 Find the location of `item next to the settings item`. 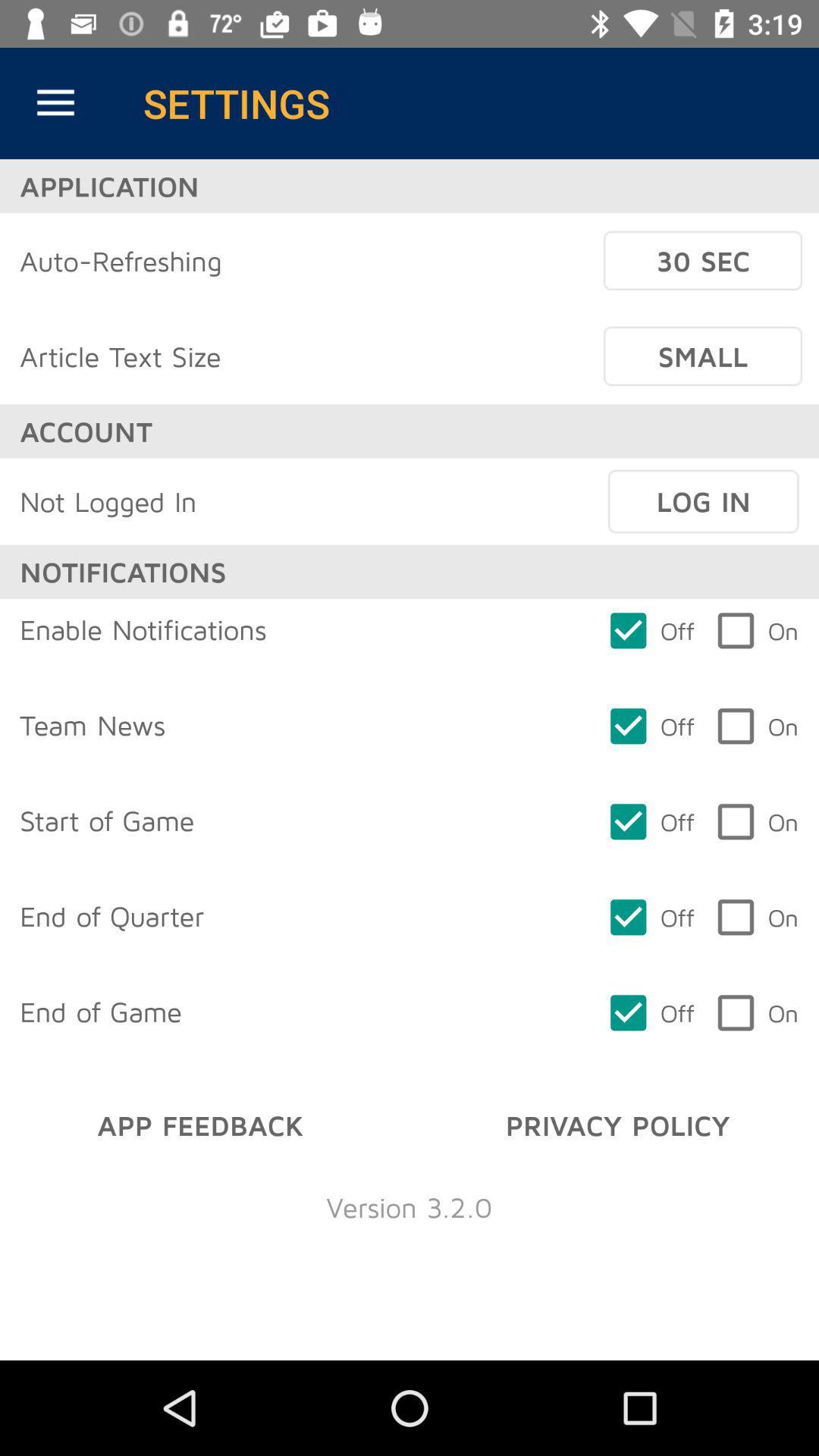

item next to the settings item is located at coordinates (55, 102).